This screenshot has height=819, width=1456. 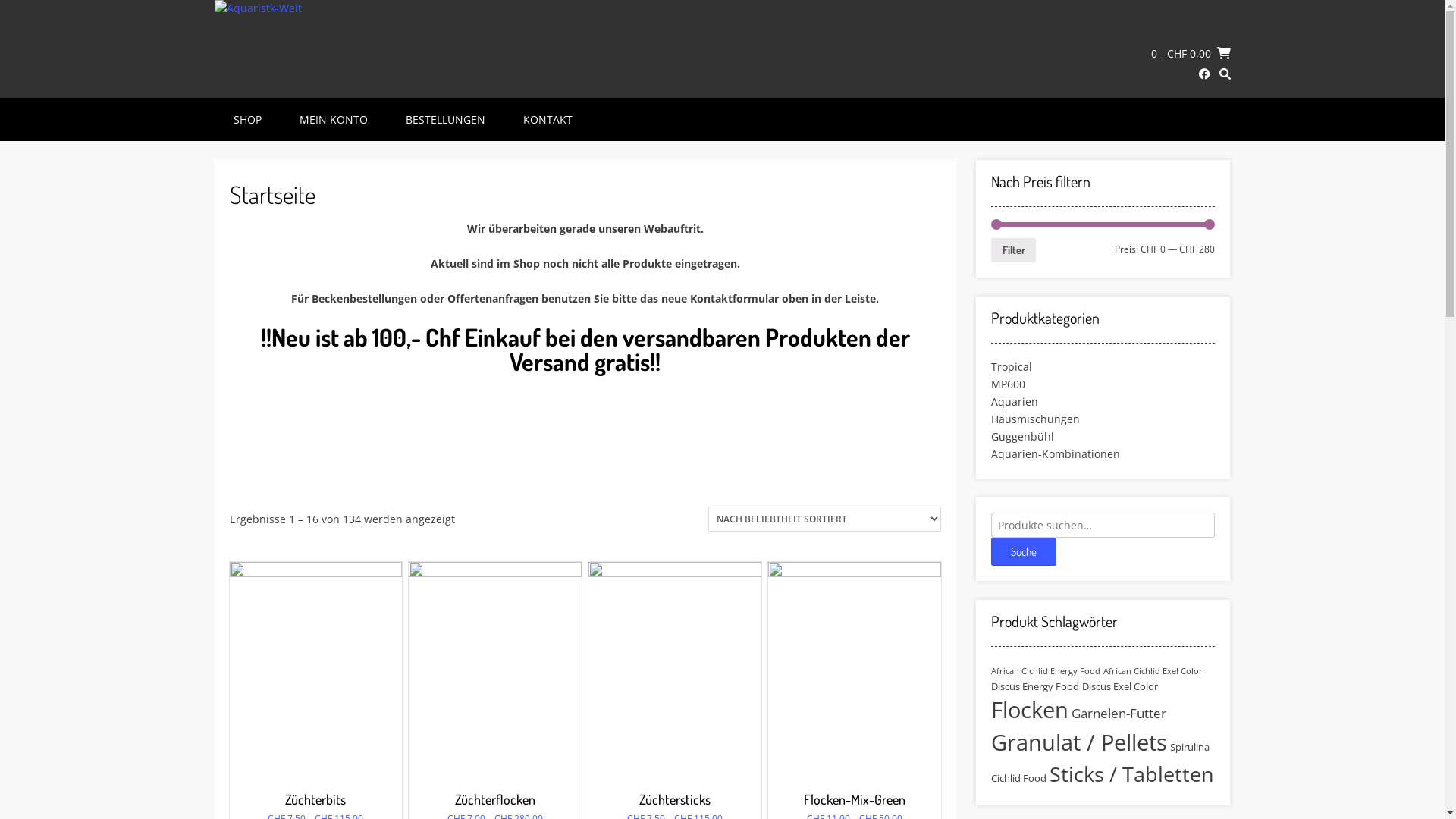 What do you see at coordinates (1030, 710) in the screenshot?
I see `'Flocken'` at bounding box center [1030, 710].